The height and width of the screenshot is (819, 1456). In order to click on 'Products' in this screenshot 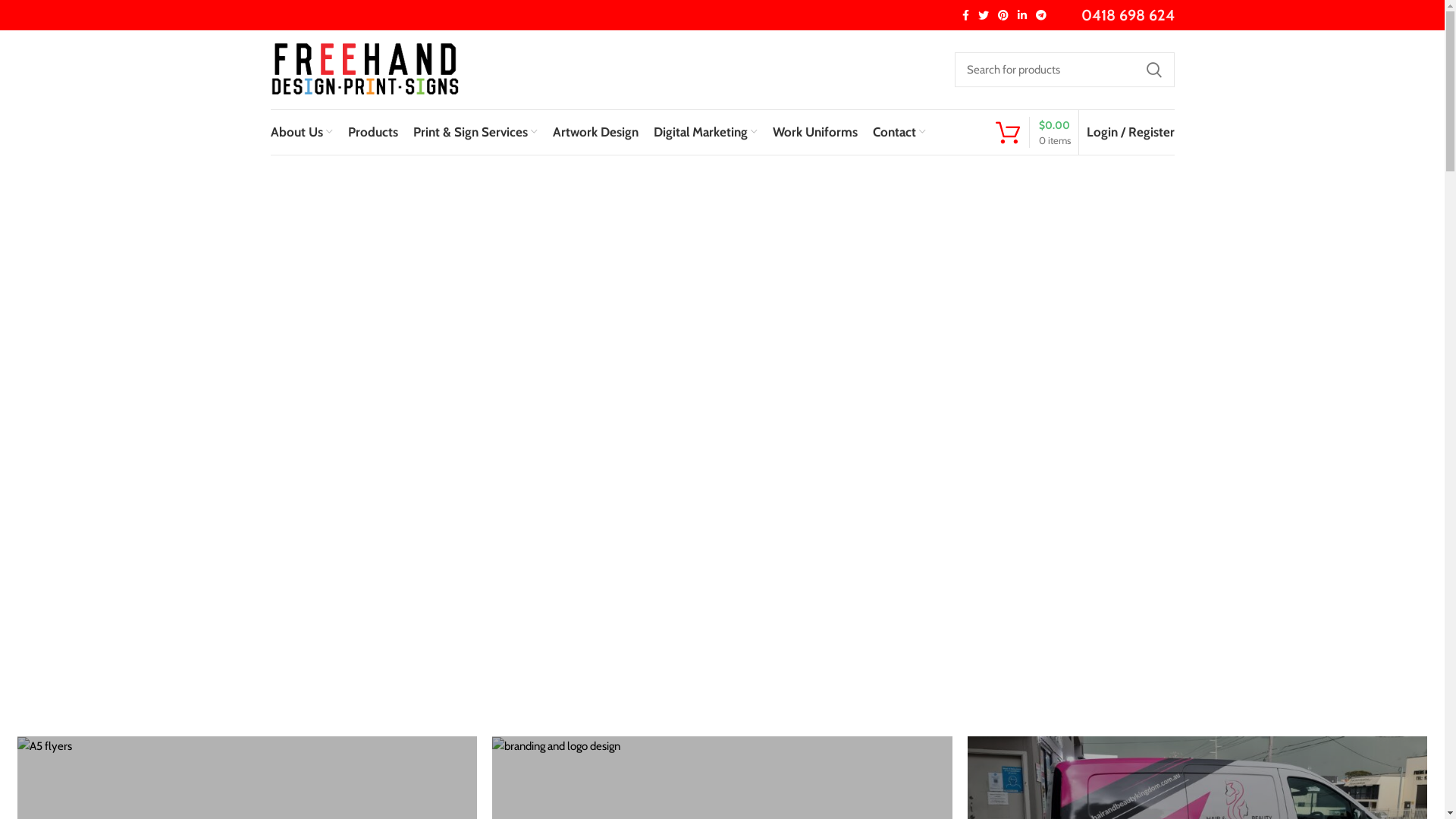, I will do `click(372, 130)`.